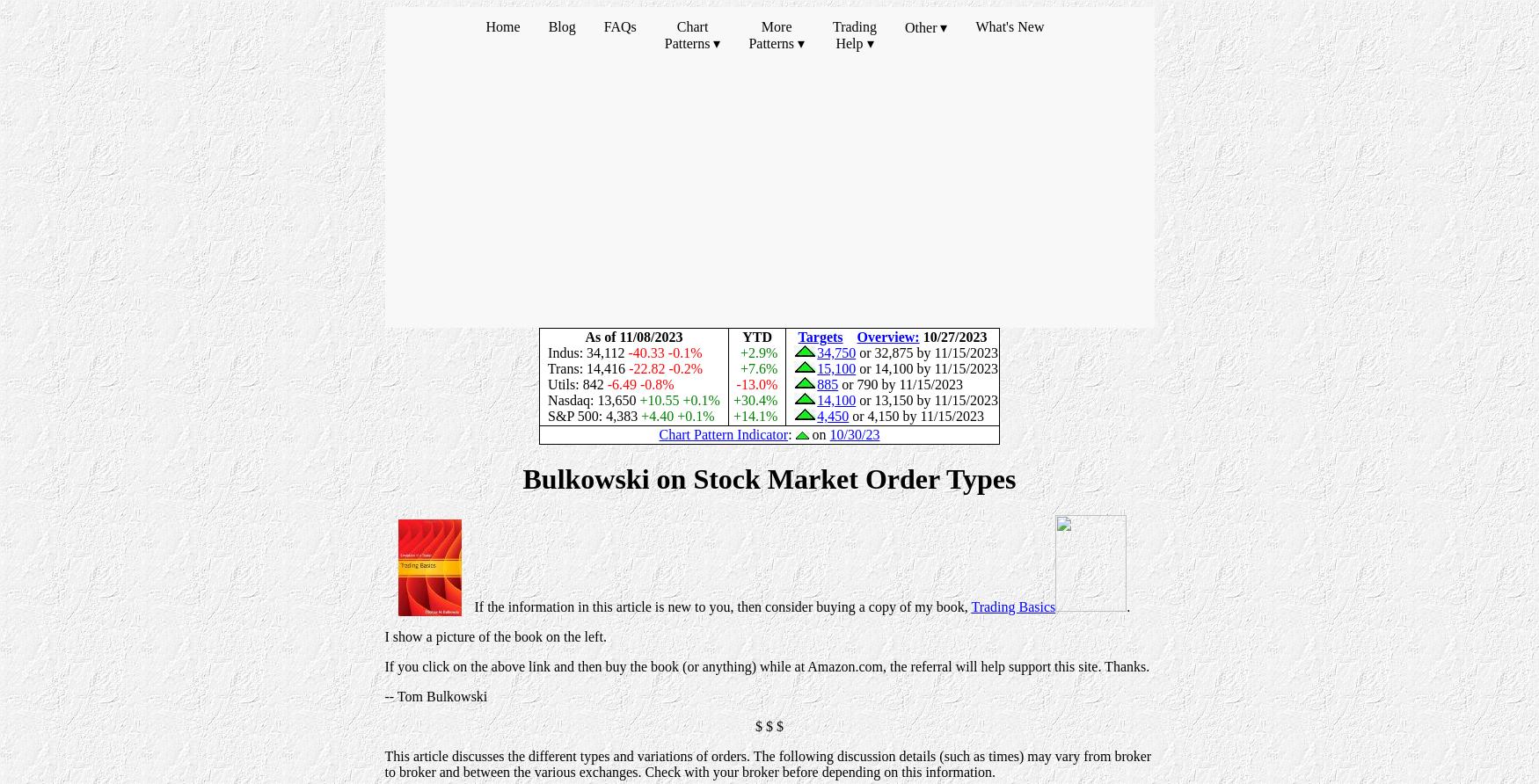  Describe the element at coordinates (667, 352) in the screenshot. I see `'-40.33 -0.1%'` at that location.